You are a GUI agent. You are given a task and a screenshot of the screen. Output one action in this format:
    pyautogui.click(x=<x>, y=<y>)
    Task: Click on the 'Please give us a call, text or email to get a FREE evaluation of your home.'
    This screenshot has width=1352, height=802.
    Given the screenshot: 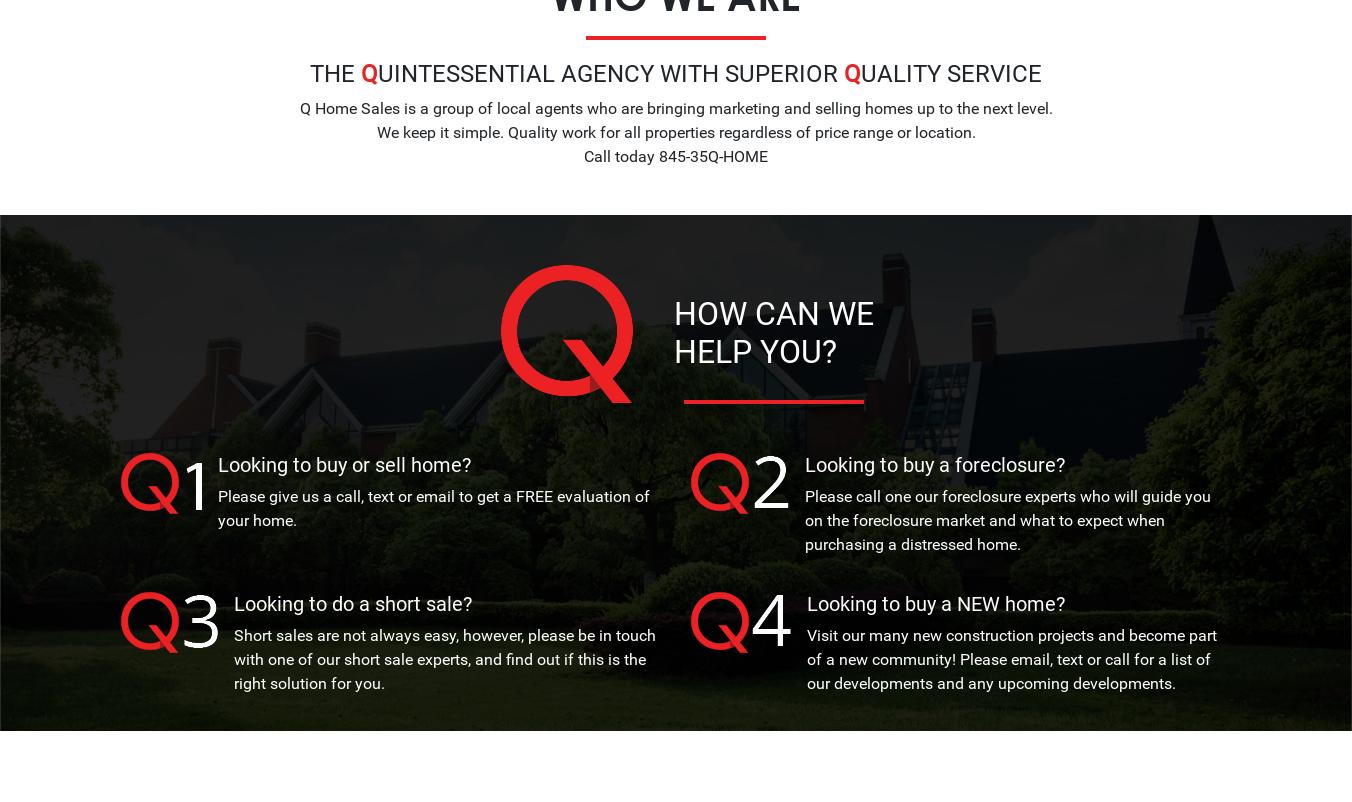 What is the action you would take?
    pyautogui.click(x=433, y=507)
    